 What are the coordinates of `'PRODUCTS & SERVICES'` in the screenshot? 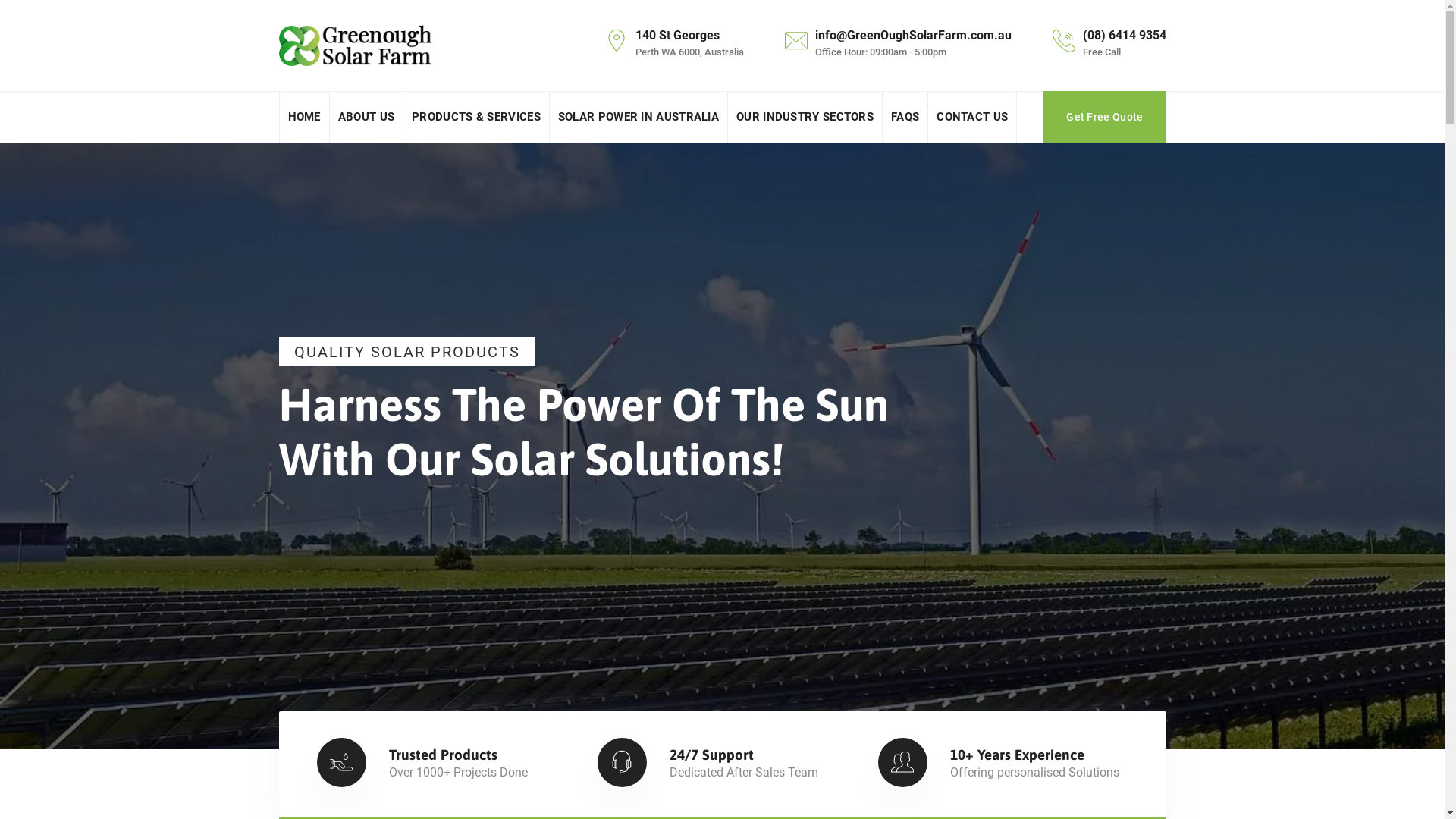 It's located at (475, 116).